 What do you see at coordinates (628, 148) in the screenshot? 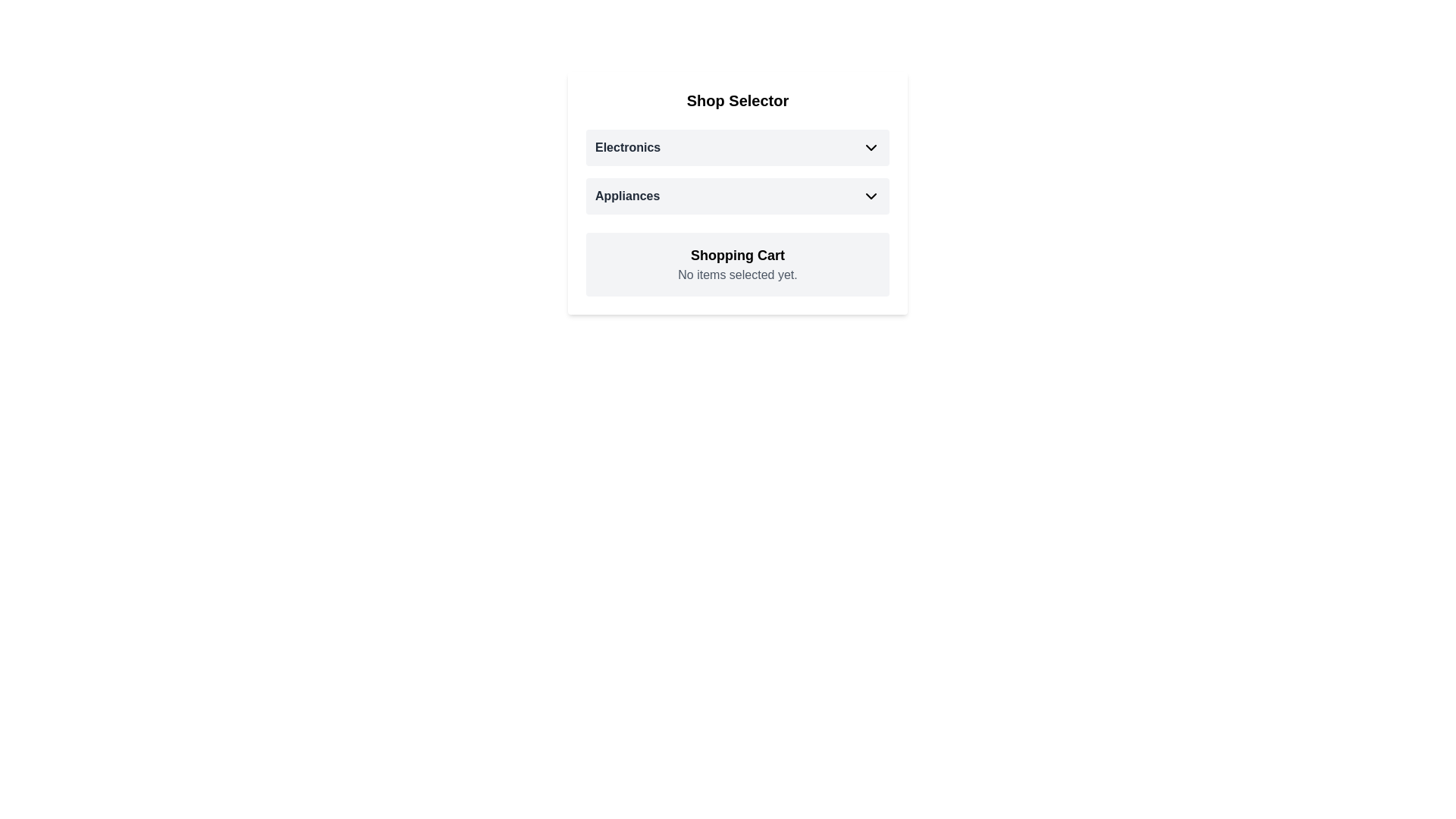
I see `the 'Electronics' category label located in the 'Shop Selector' panel, positioned in the first row of selectable items on the left side` at bounding box center [628, 148].